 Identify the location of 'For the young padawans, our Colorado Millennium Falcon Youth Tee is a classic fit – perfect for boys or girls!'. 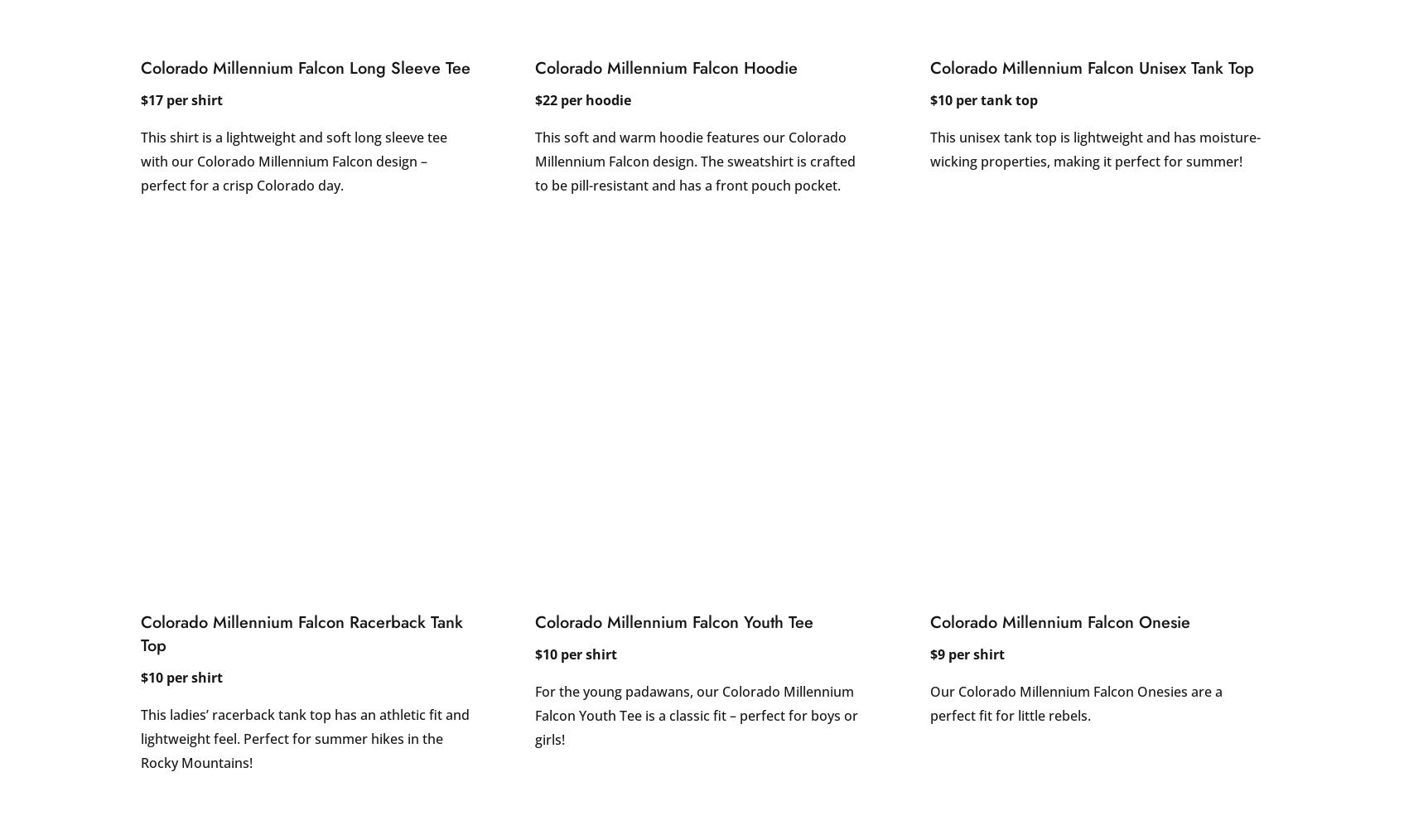
(697, 714).